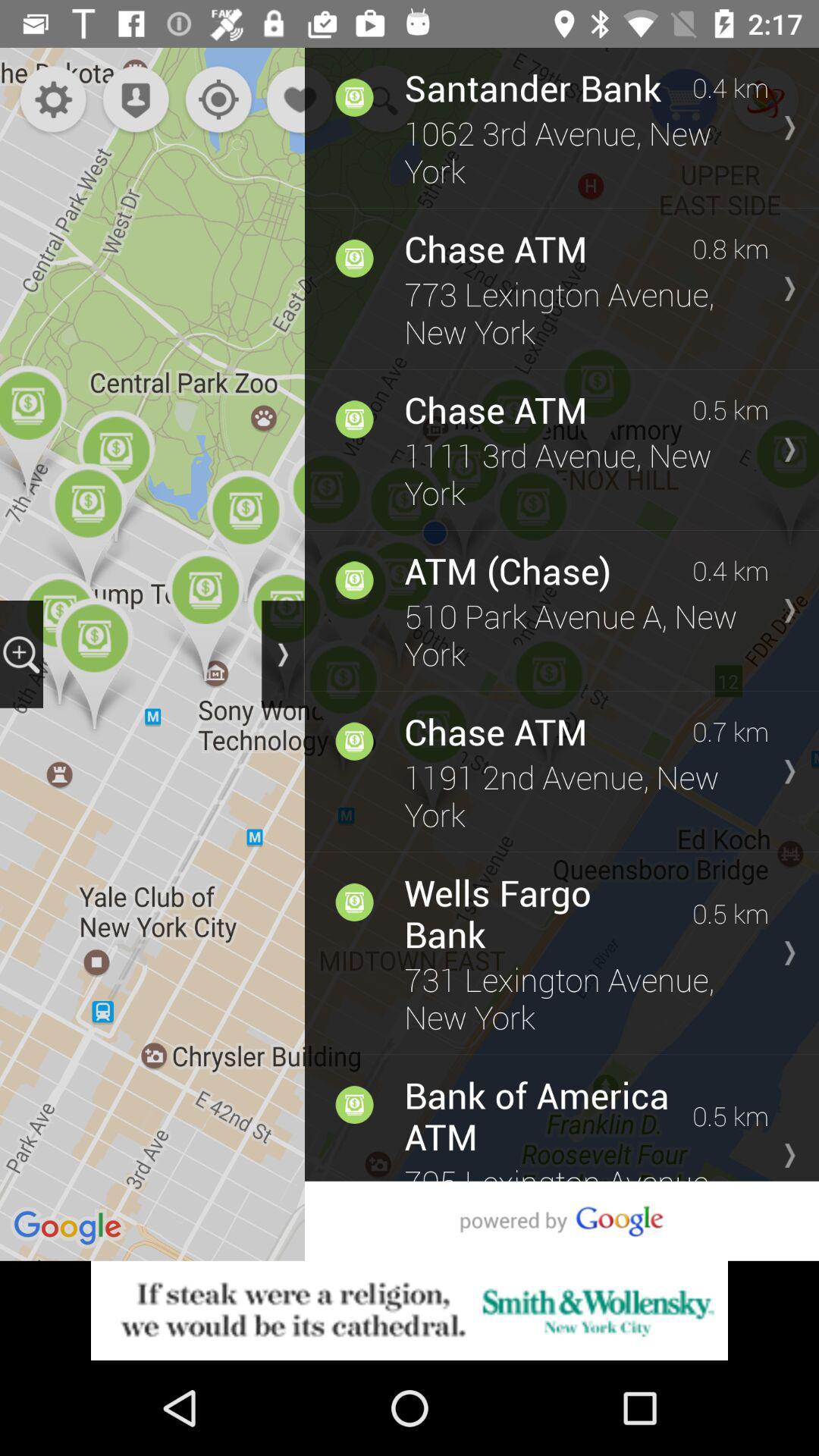 This screenshot has width=819, height=1456. I want to click on the cart icon, so click(684, 102).